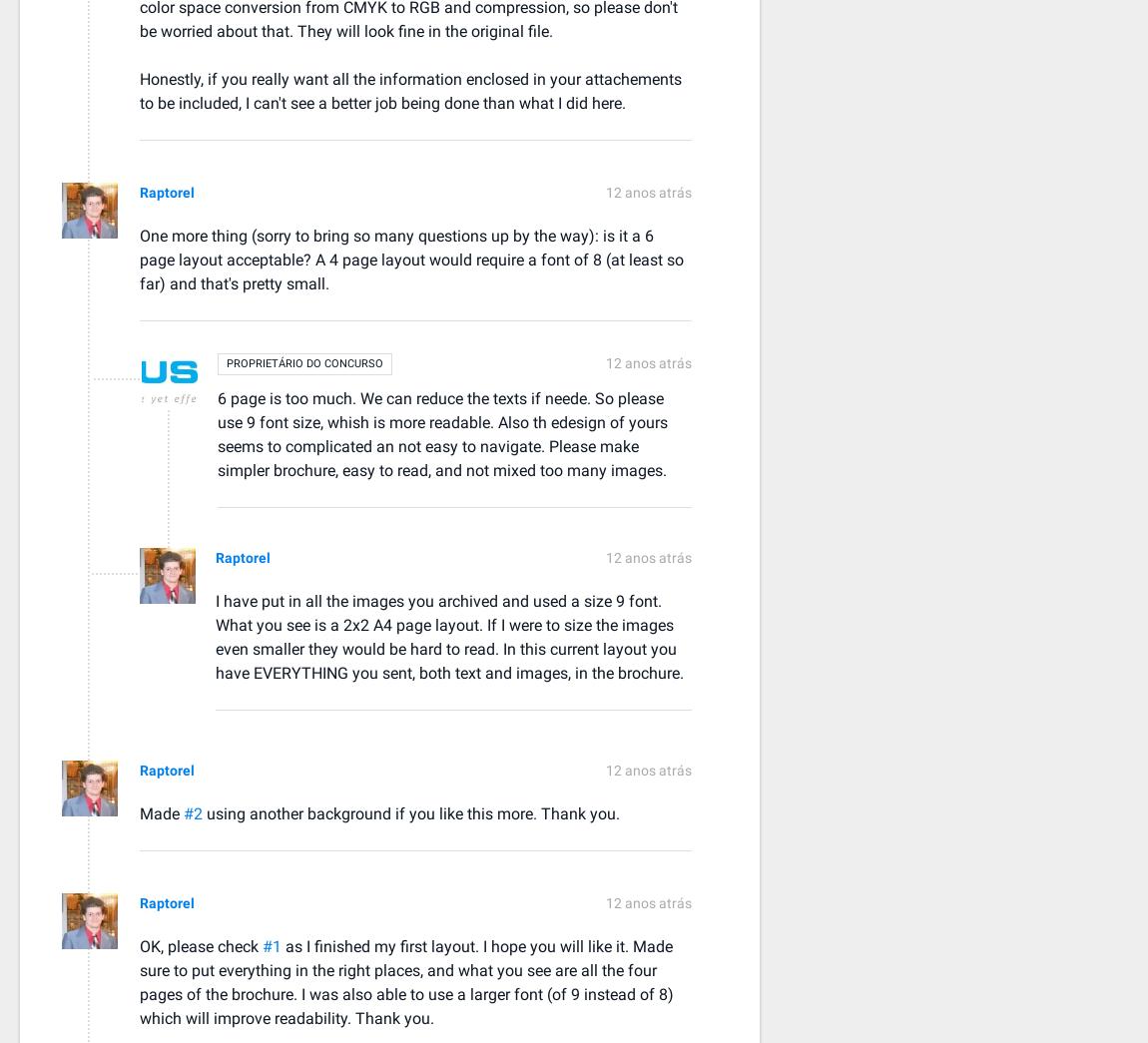 The image size is (1148, 1043). What do you see at coordinates (273, 944) in the screenshot?
I see `'#1'` at bounding box center [273, 944].